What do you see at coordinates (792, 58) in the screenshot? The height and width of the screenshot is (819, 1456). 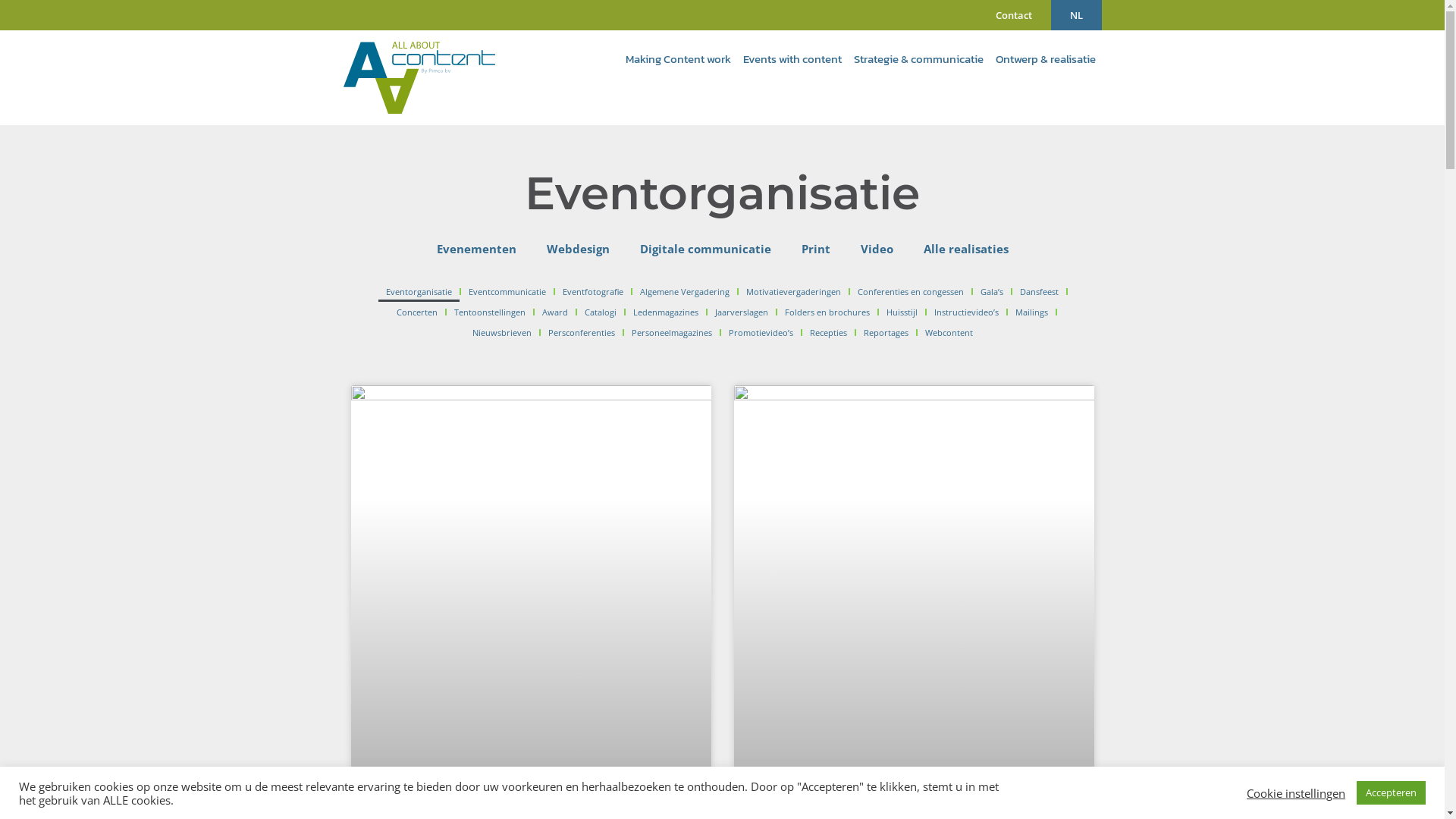 I see `'Events with content'` at bounding box center [792, 58].